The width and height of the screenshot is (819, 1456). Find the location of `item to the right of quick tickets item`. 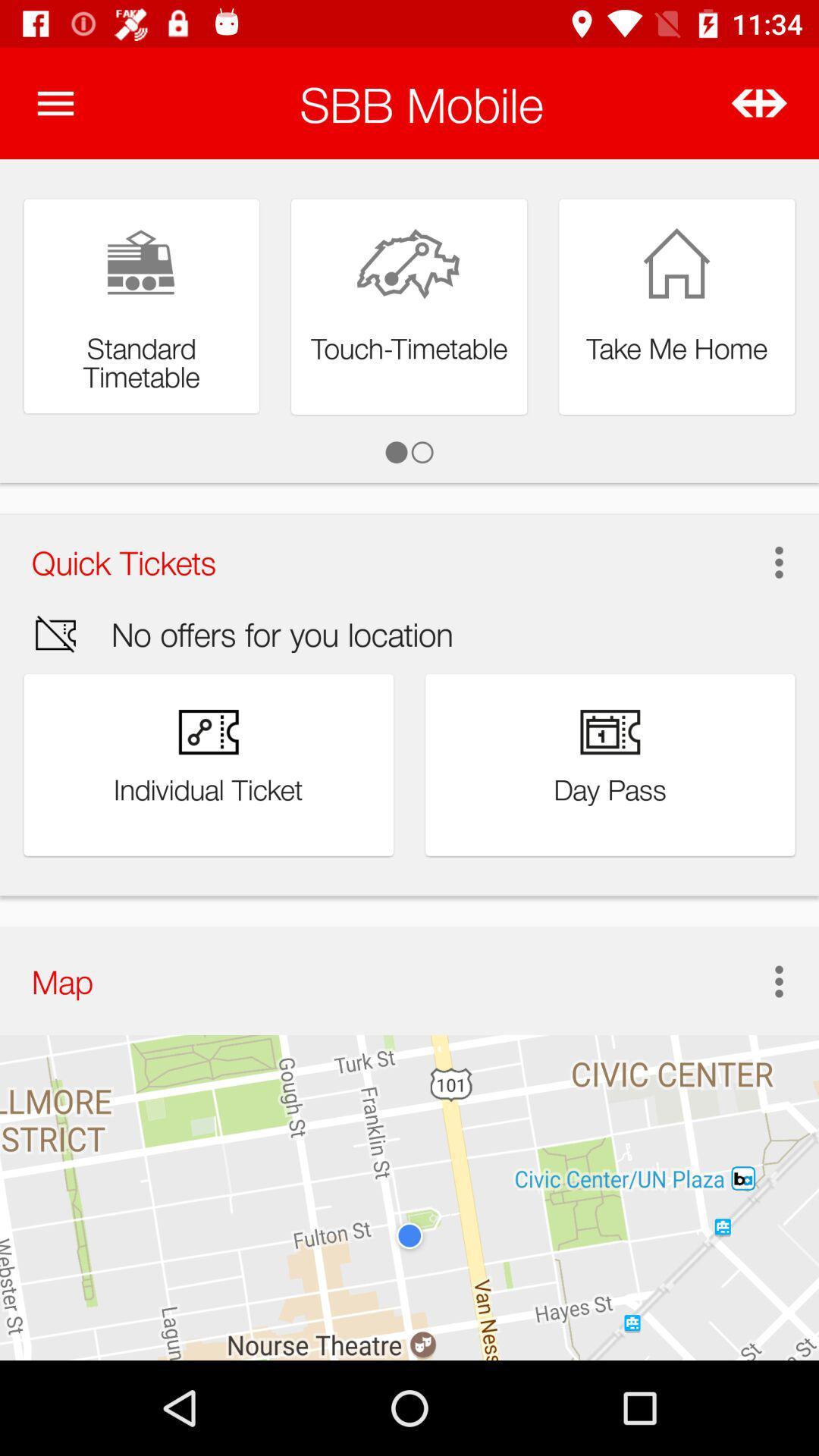

item to the right of quick tickets item is located at coordinates (773, 561).